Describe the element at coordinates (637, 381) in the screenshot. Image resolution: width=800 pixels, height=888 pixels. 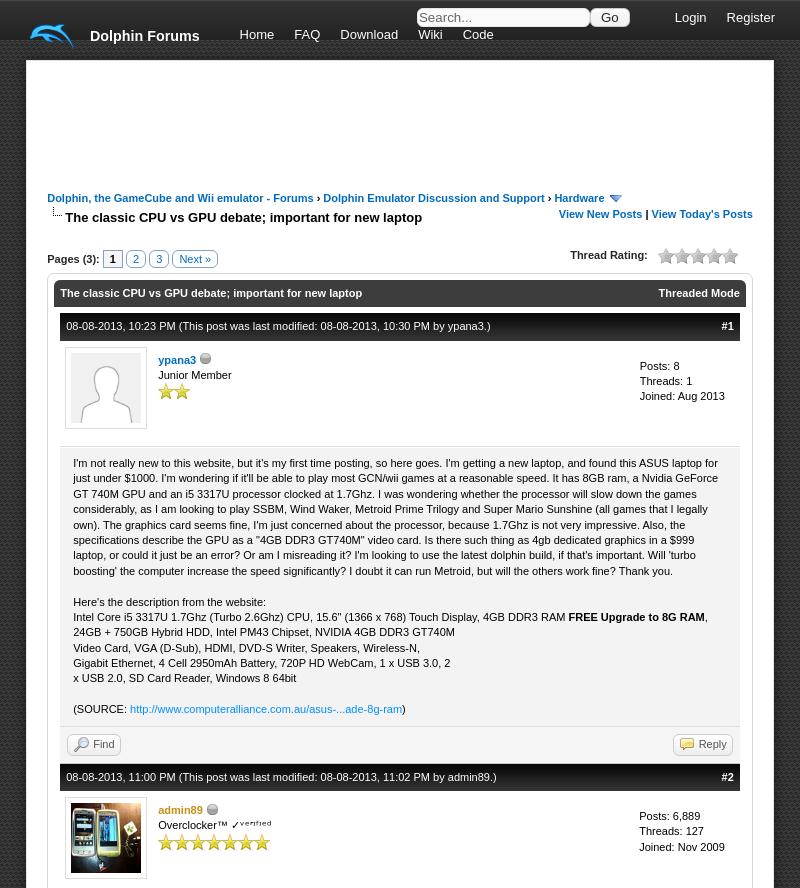
I see `'Threads: 1'` at that location.